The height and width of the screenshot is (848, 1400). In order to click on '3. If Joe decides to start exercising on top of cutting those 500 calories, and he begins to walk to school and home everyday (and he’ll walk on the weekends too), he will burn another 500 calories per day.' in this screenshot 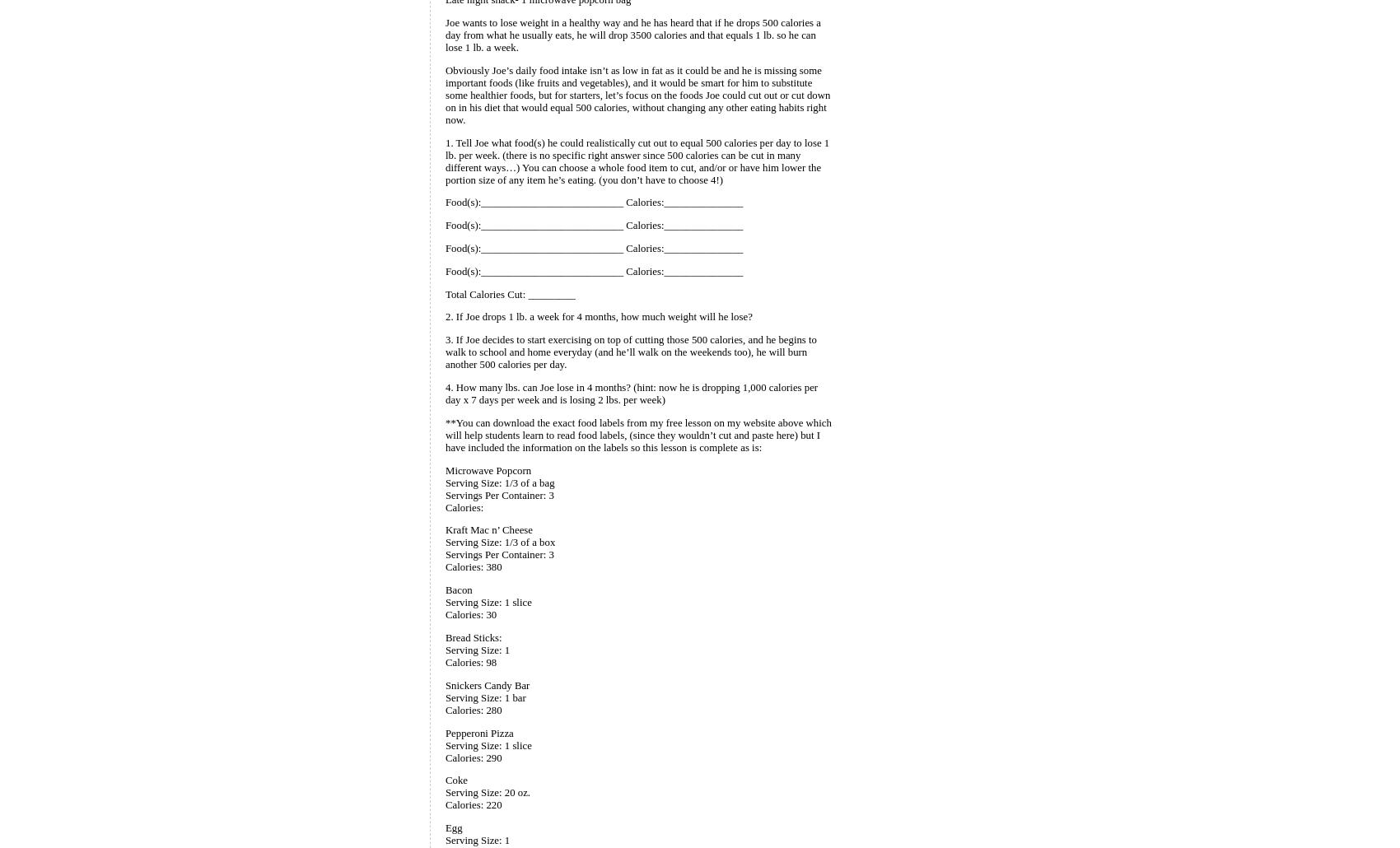, I will do `click(630, 352)`.